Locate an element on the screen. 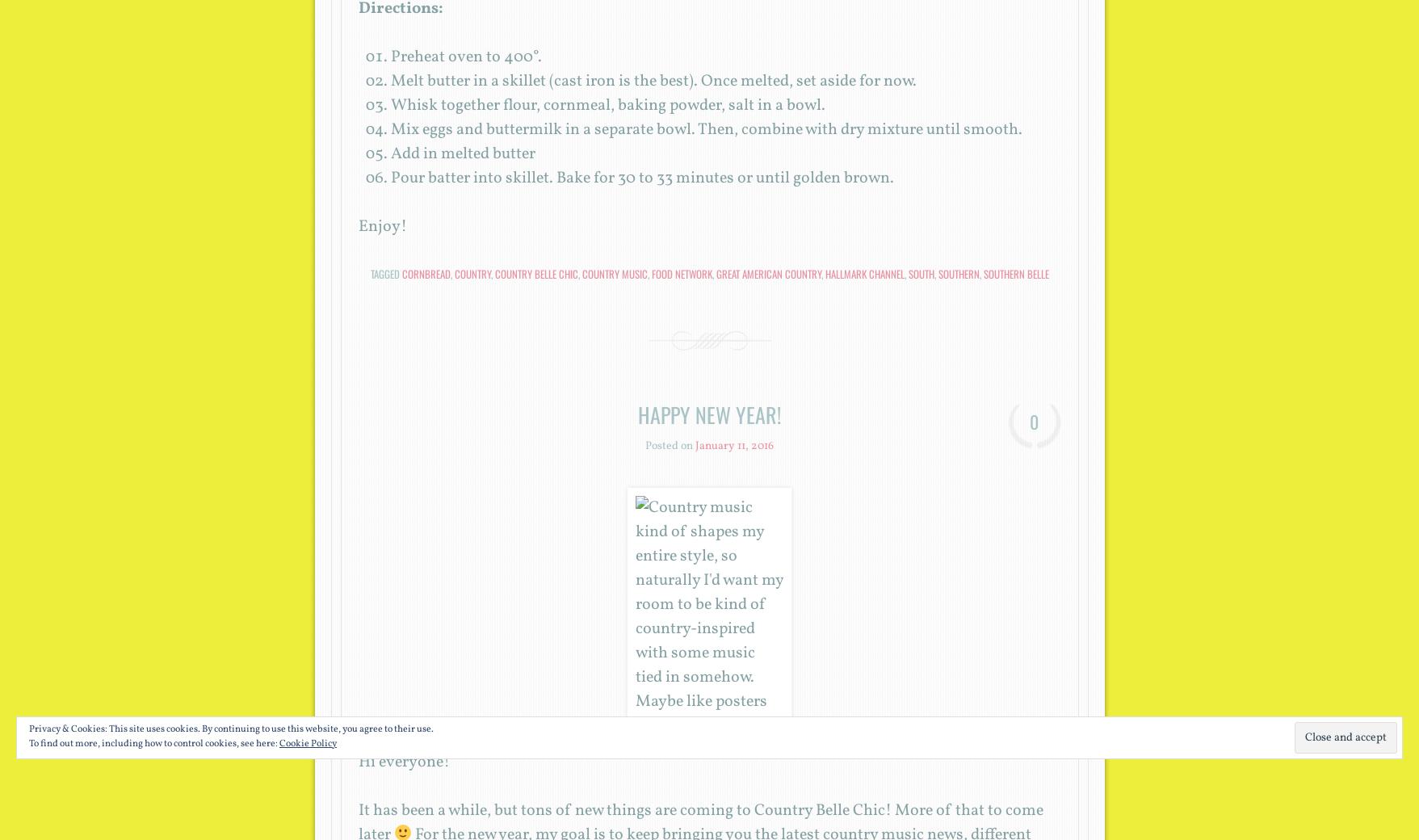  'Mix eggs and buttermilk in a separate bowl. Then, combine with dry mixture until smooth.' is located at coordinates (388, 129).